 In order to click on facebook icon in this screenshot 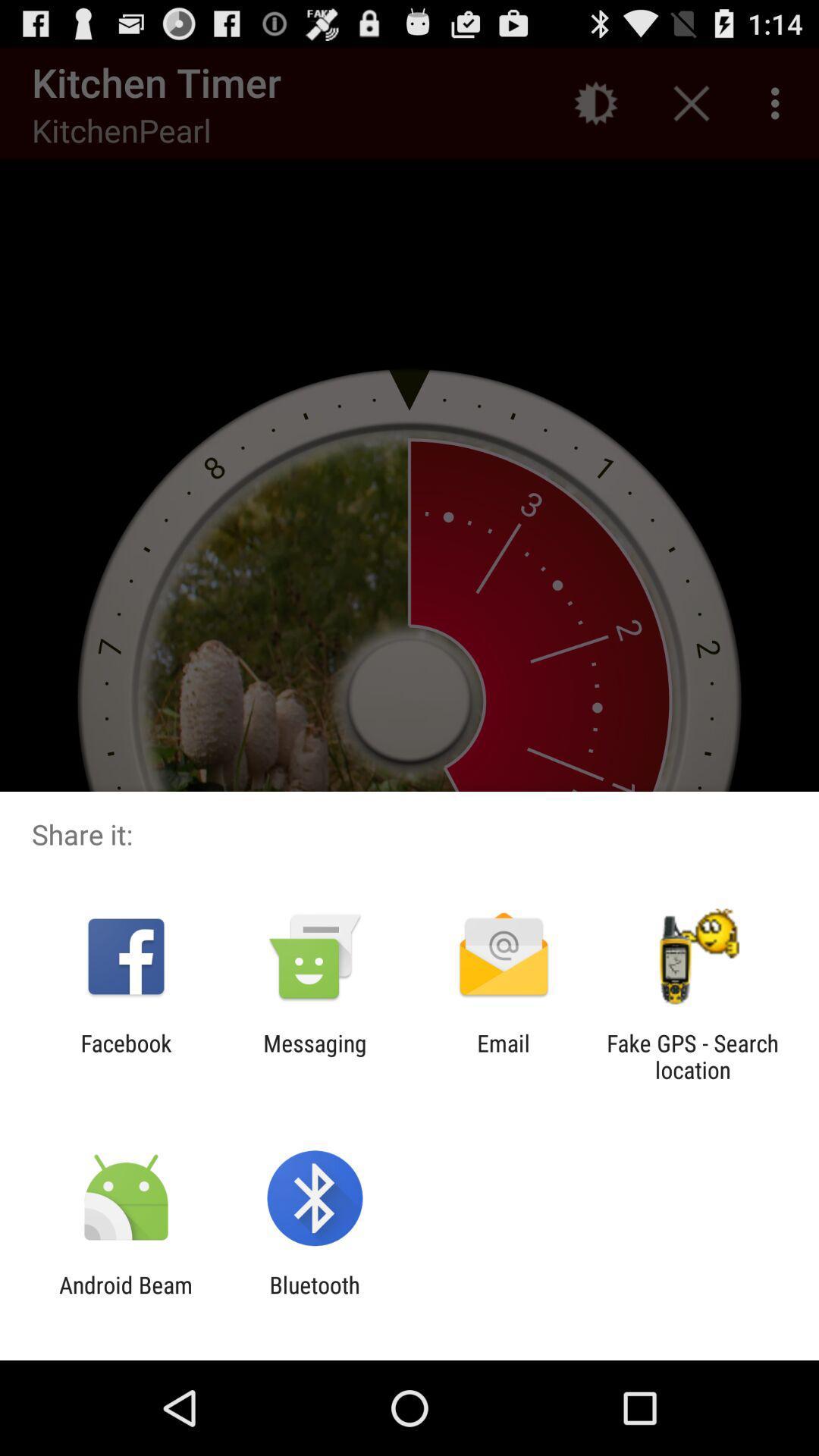, I will do `click(125, 1056)`.